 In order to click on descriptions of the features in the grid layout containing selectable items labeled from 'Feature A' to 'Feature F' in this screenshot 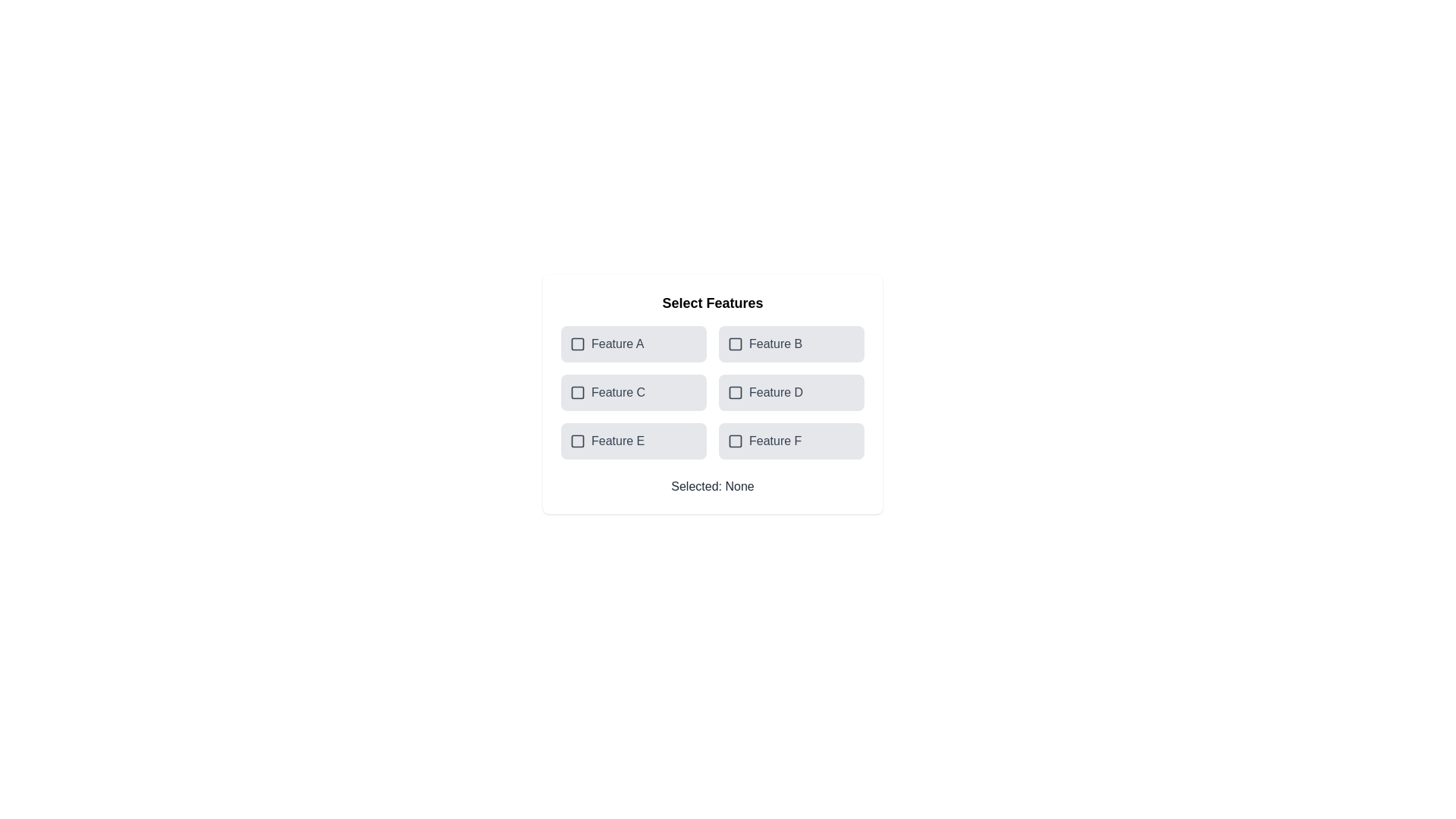, I will do `click(712, 391)`.